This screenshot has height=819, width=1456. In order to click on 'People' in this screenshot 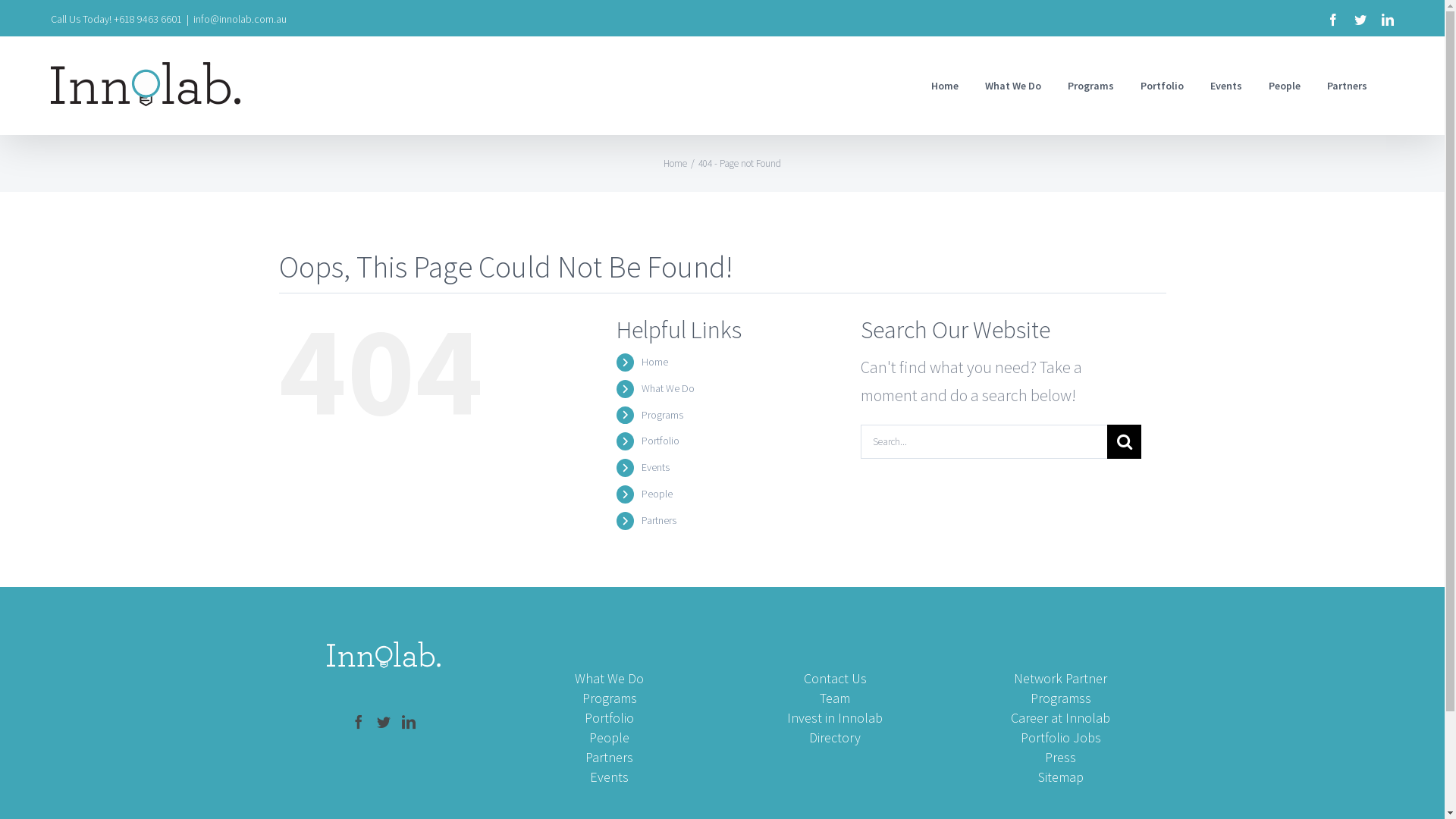, I will do `click(641, 494)`.